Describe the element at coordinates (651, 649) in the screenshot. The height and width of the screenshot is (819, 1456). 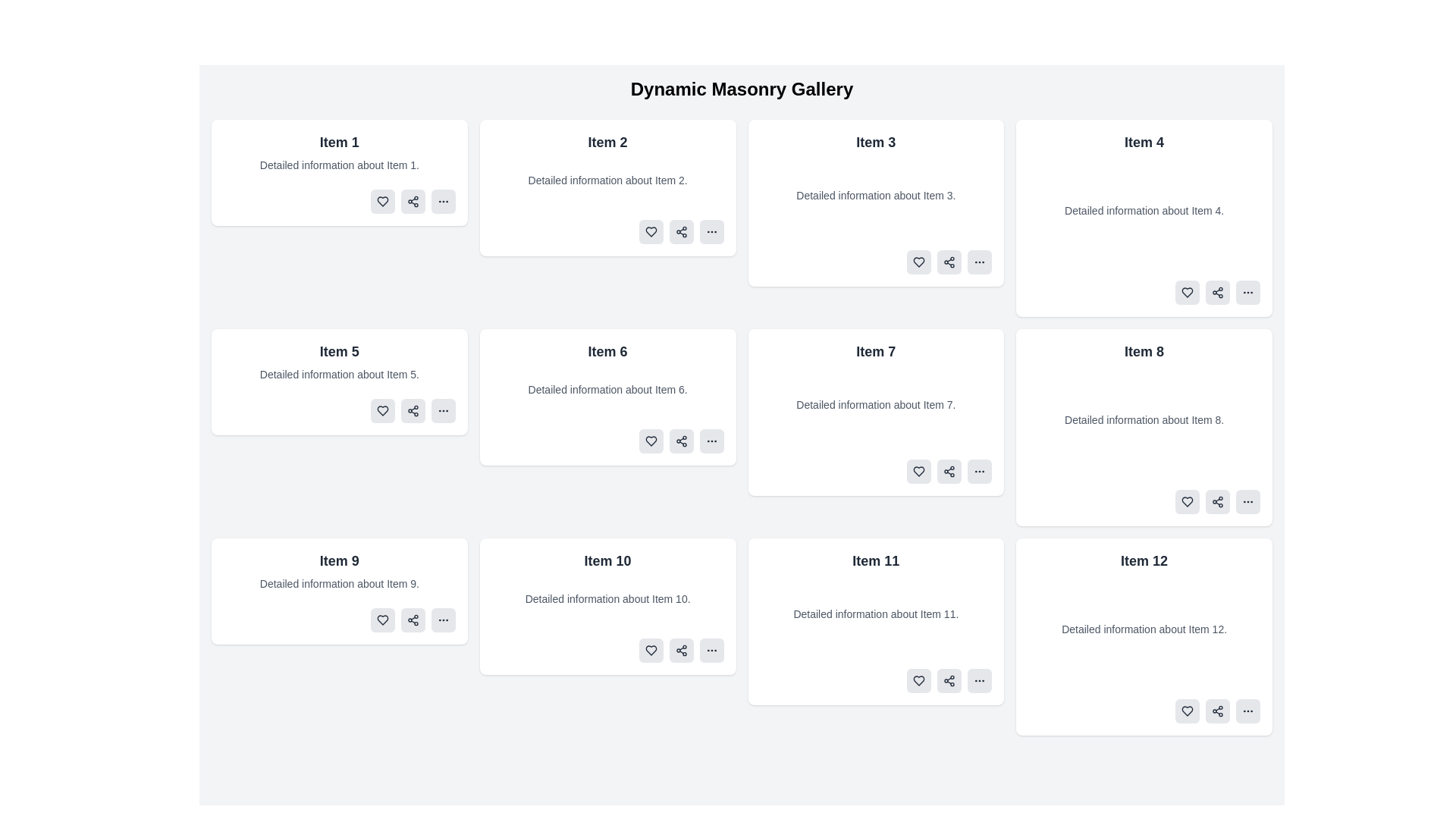
I see `the heart button located in the bottom-left section of the card for 'Item 10' to like this item` at that location.